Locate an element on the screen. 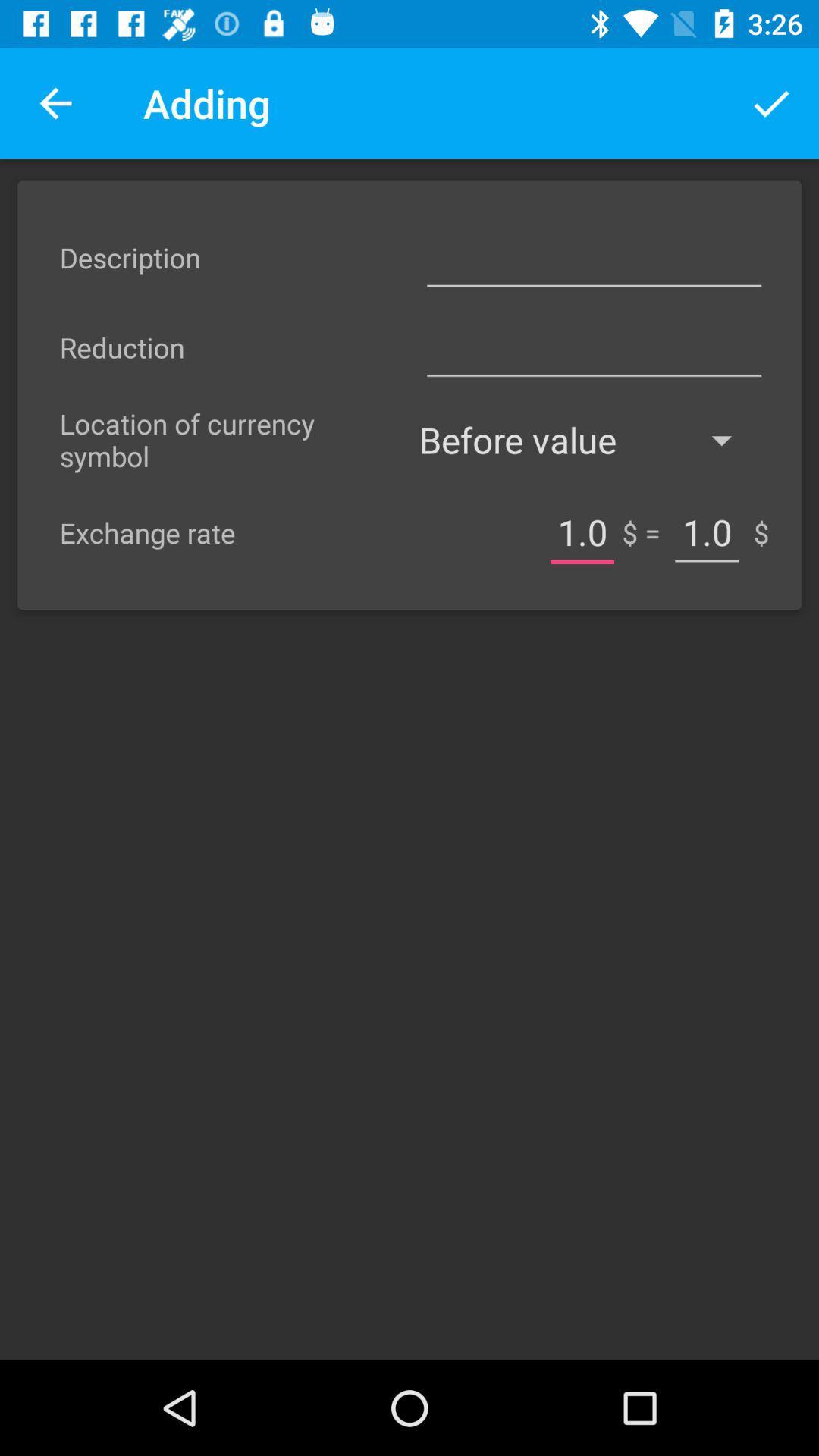 Image resolution: width=819 pixels, height=1456 pixels. open keyboard is located at coordinates (593, 257).